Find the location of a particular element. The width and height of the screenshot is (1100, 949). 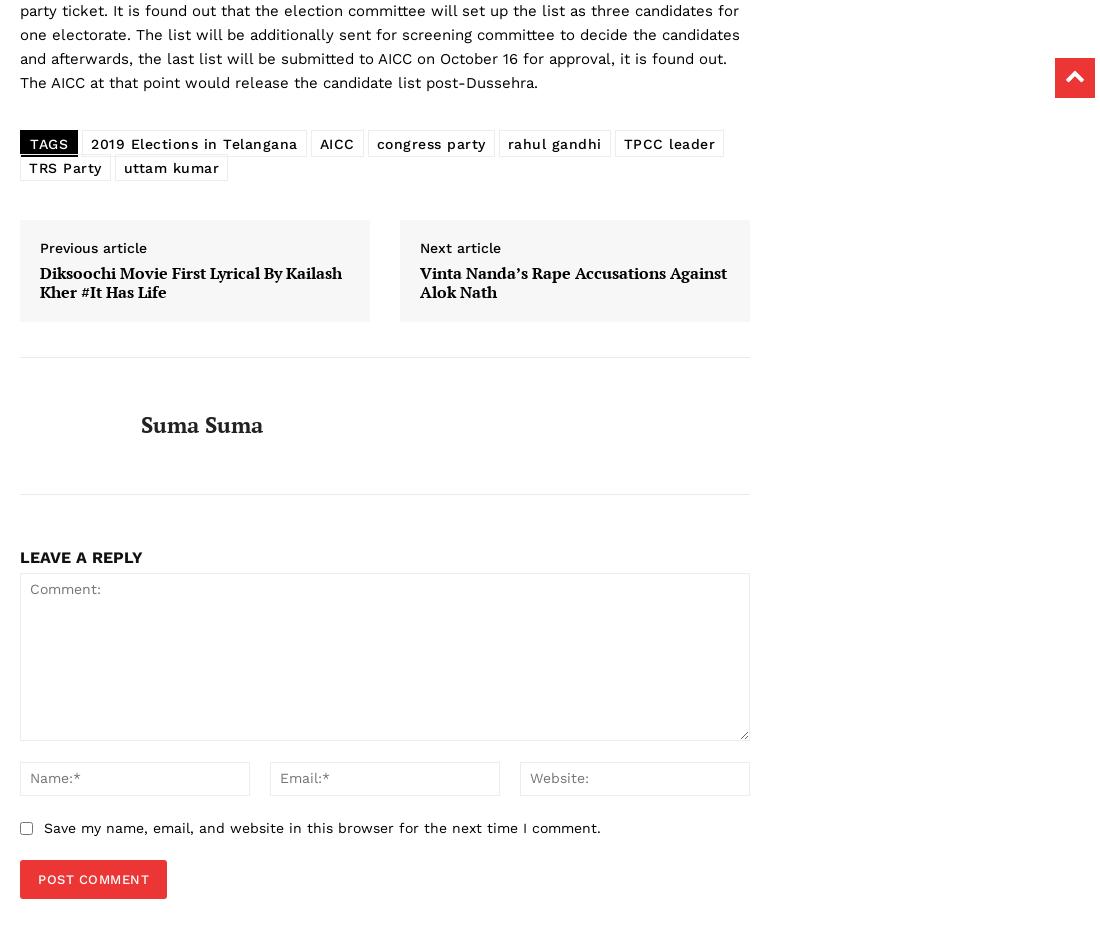

'rahul gandhi' is located at coordinates (552, 143).